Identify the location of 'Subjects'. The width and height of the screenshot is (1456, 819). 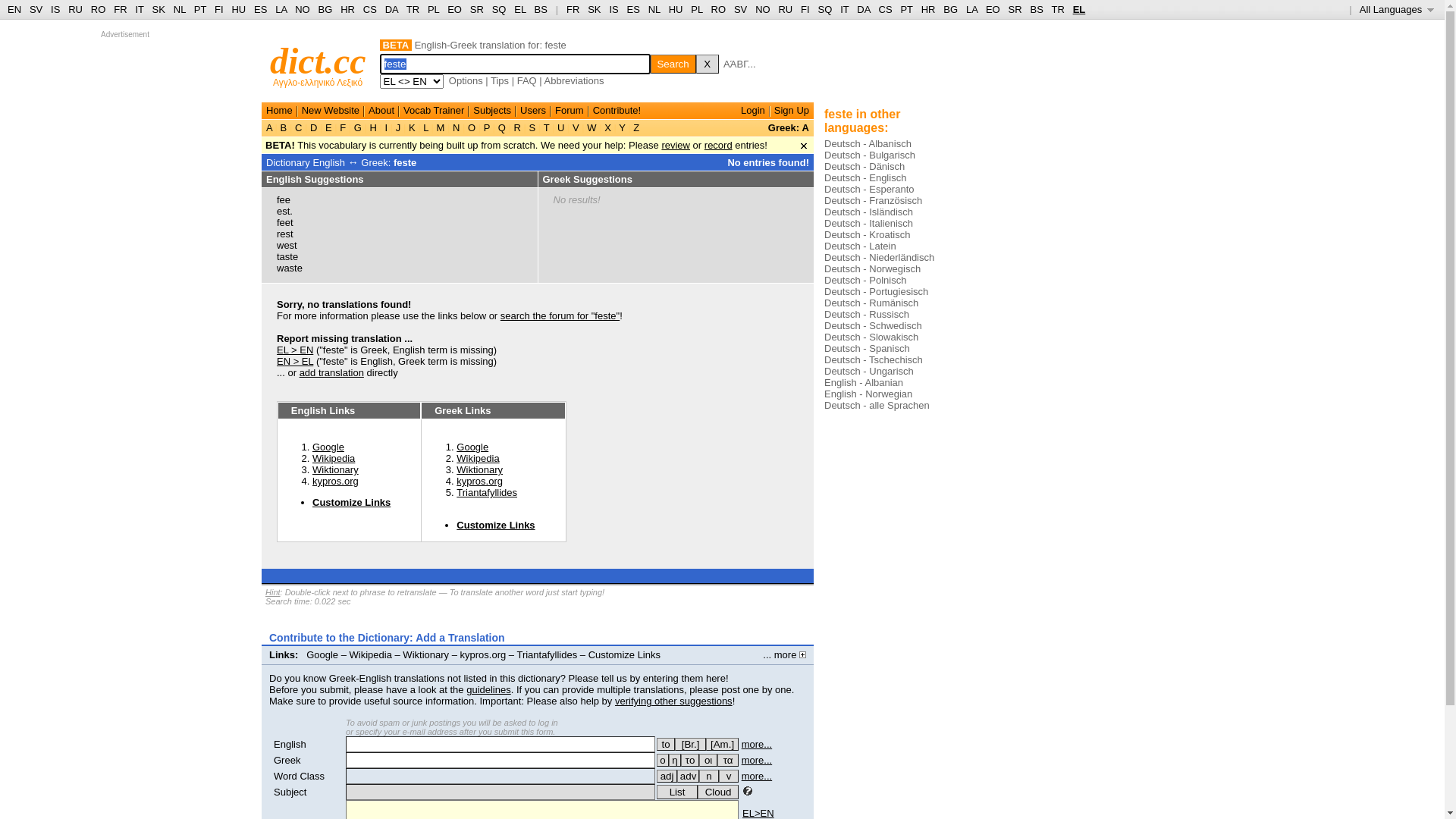
(472, 109).